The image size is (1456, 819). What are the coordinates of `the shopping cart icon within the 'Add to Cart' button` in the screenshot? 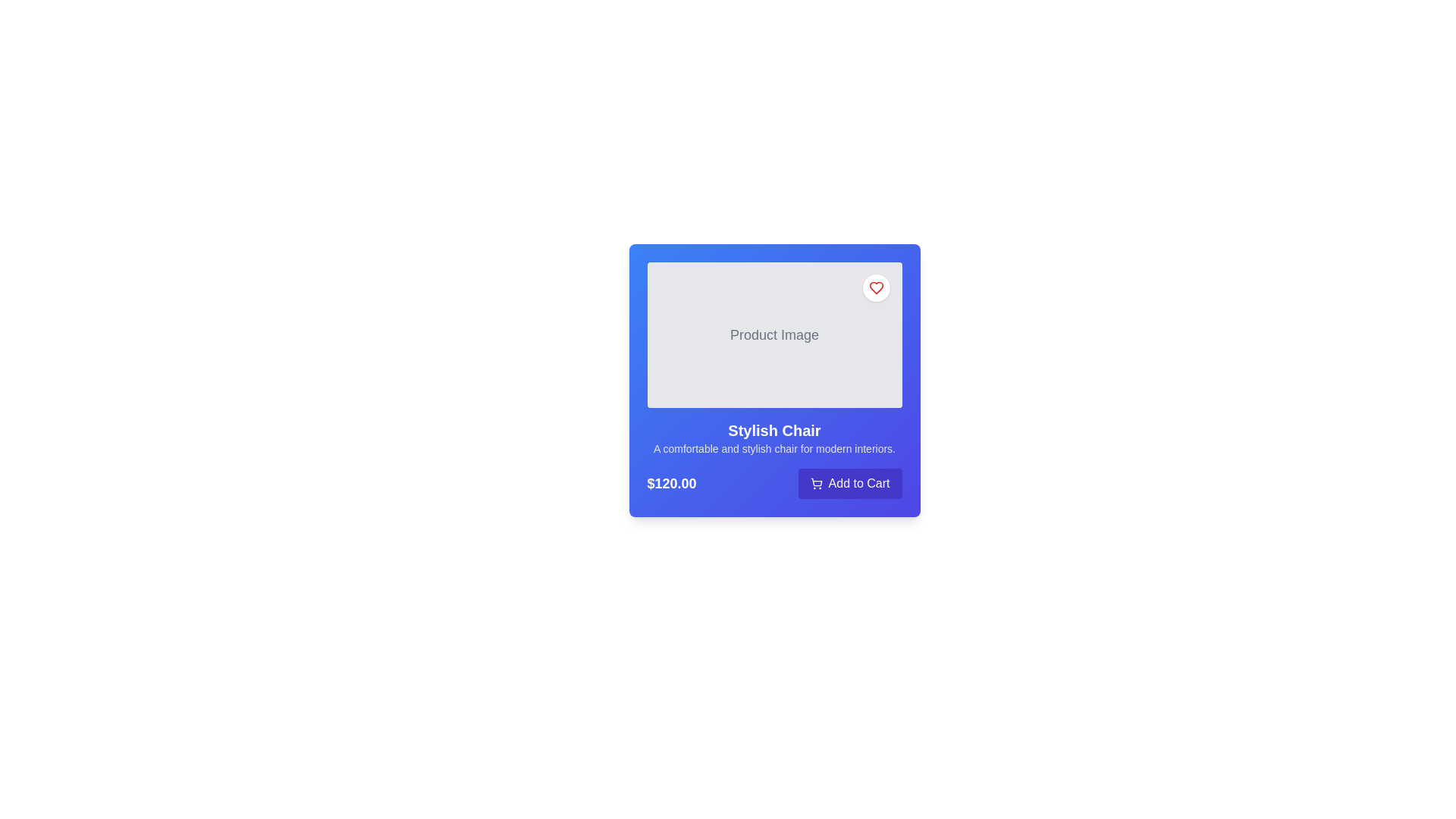 It's located at (815, 482).